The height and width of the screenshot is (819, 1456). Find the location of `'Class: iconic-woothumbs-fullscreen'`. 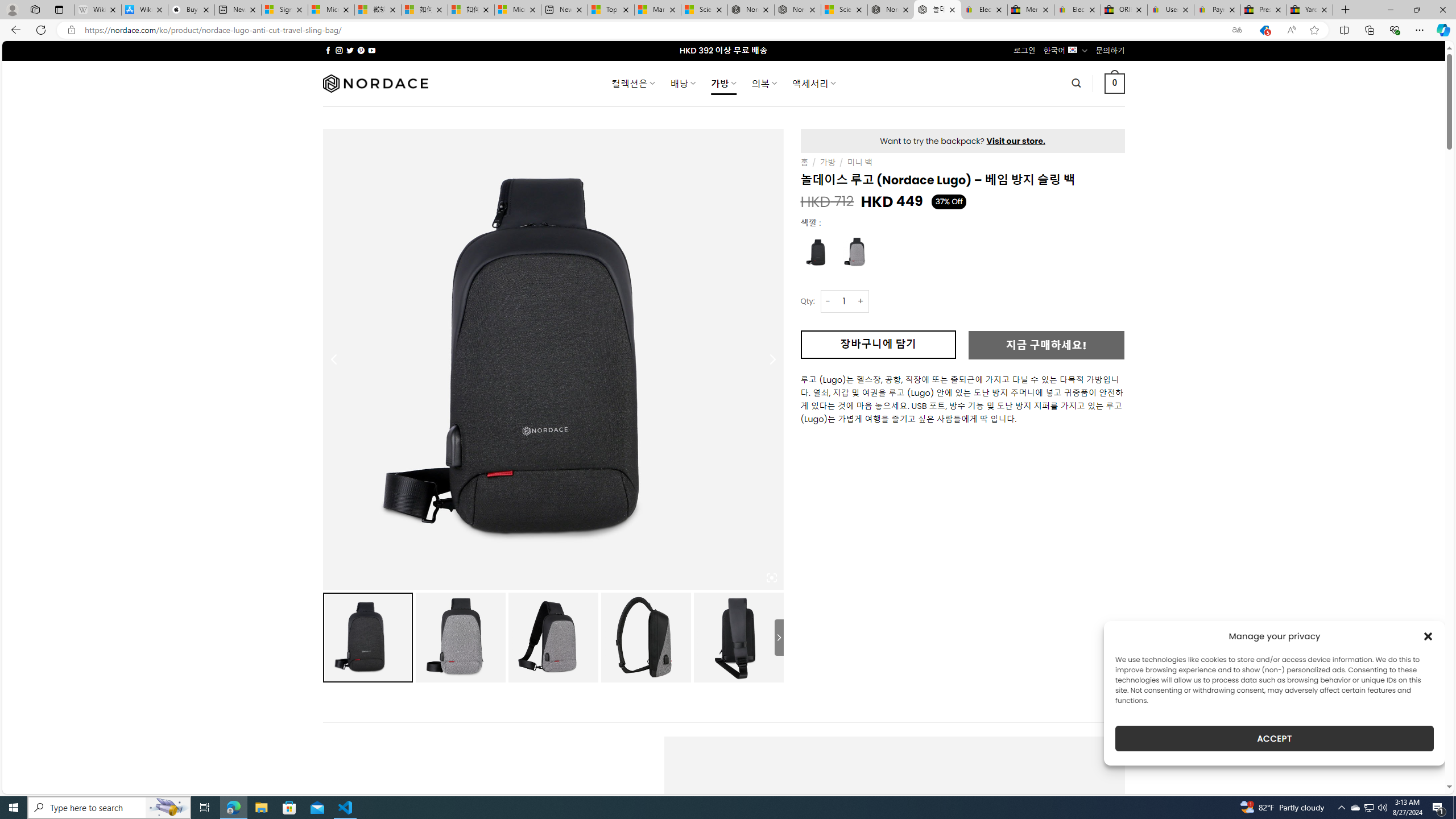

'Class: iconic-woothumbs-fullscreen' is located at coordinates (771, 577).